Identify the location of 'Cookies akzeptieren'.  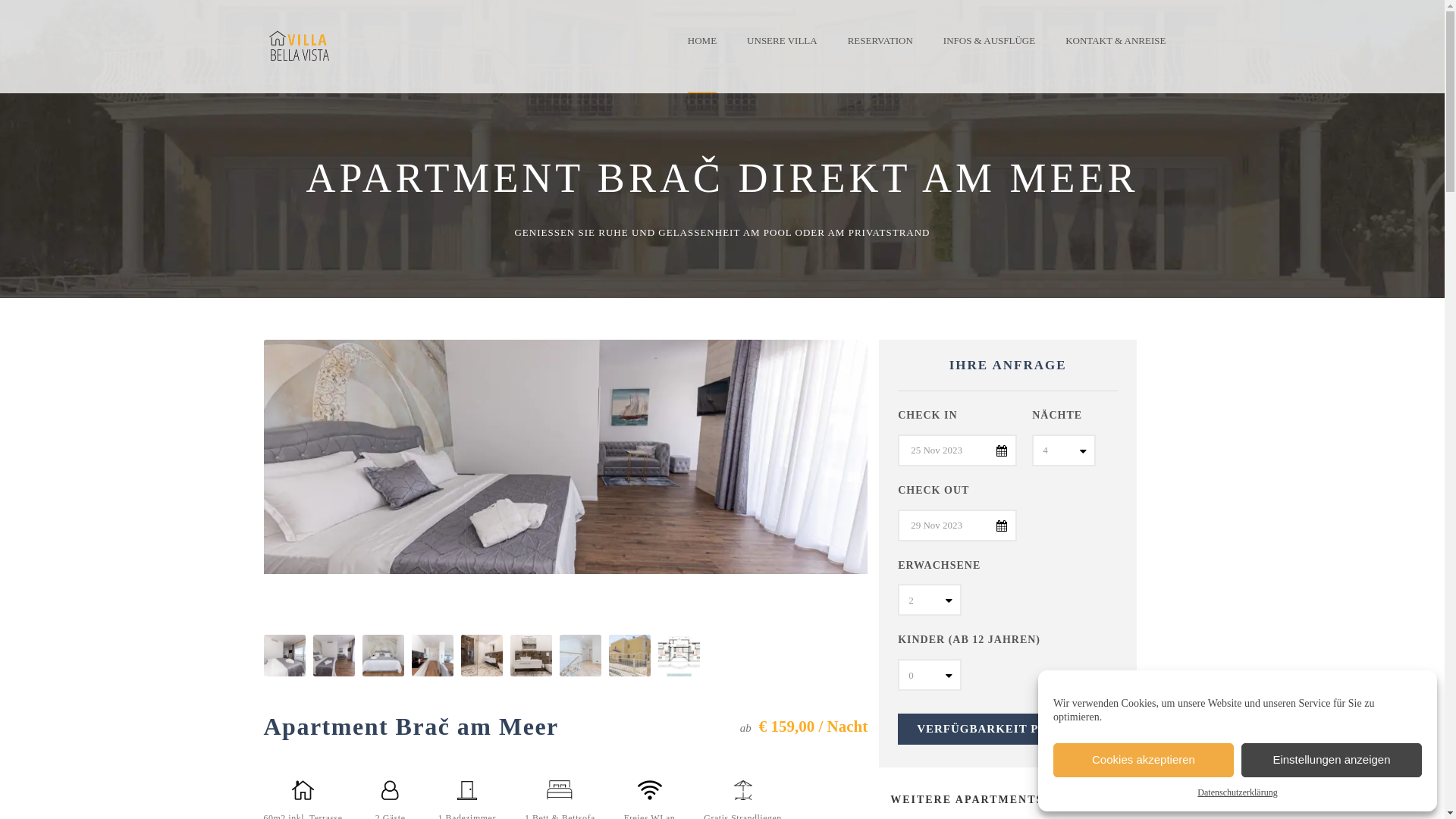
(1143, 760).